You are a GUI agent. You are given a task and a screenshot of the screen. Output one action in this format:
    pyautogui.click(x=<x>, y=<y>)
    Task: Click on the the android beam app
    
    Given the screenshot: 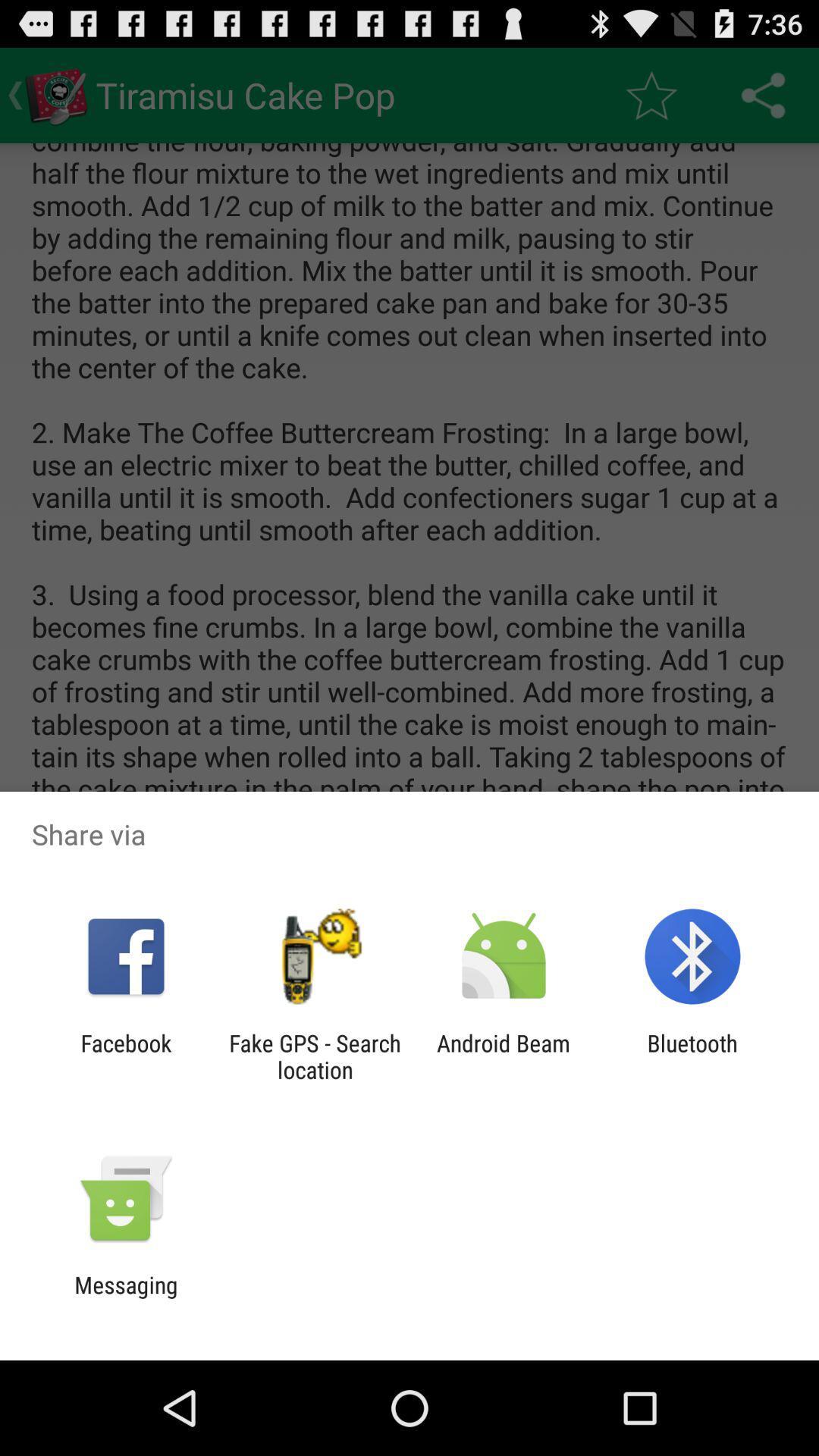 What is the action you would take?
    pyautogui.click(x=504, y=1056)
    